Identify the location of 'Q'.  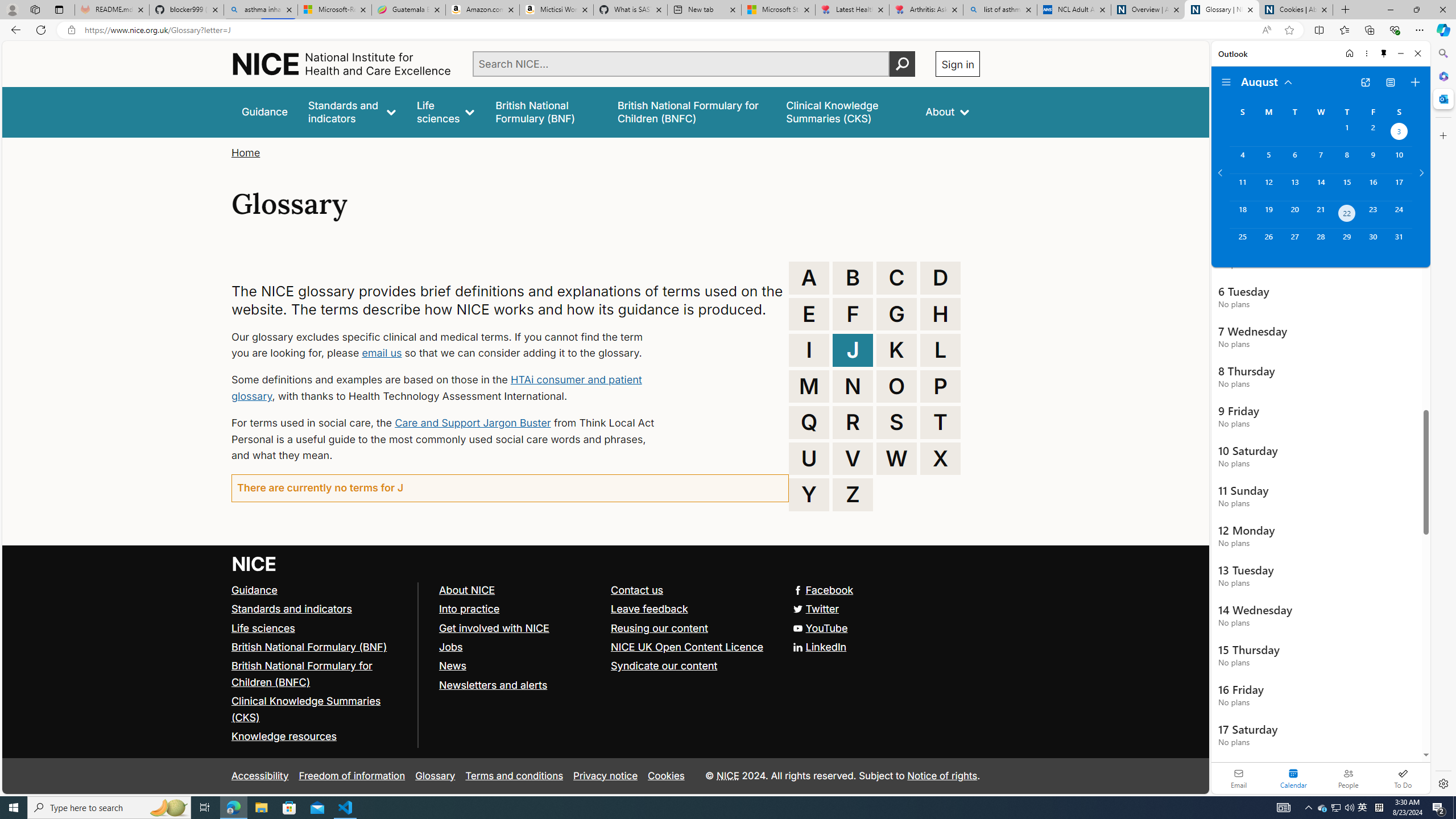
(809, 422).